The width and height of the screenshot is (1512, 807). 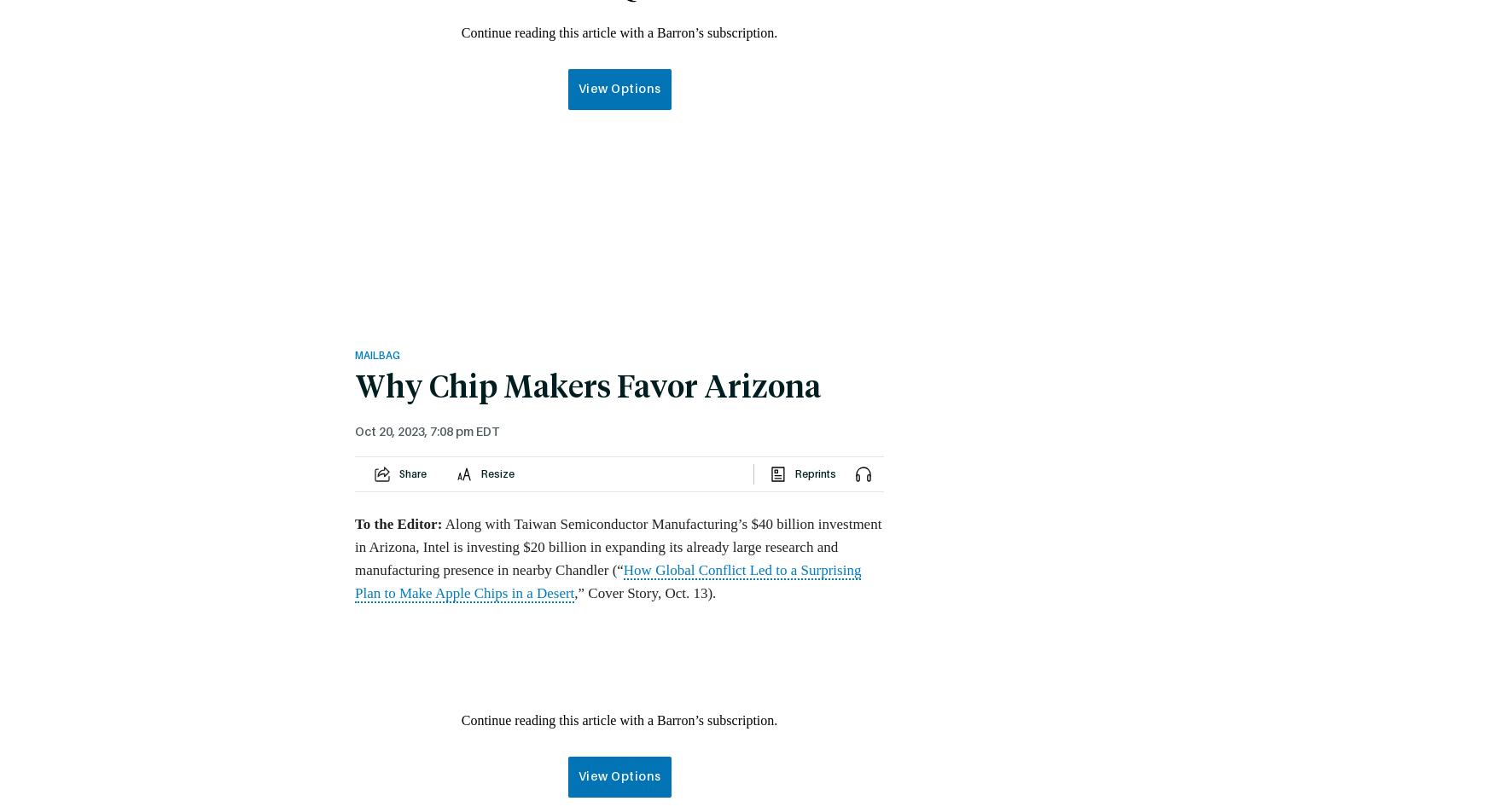 What do you see at coordinates (397, 523) in the screenshot?
I see `'To the Editor:'` at bounding box center [397, 523].